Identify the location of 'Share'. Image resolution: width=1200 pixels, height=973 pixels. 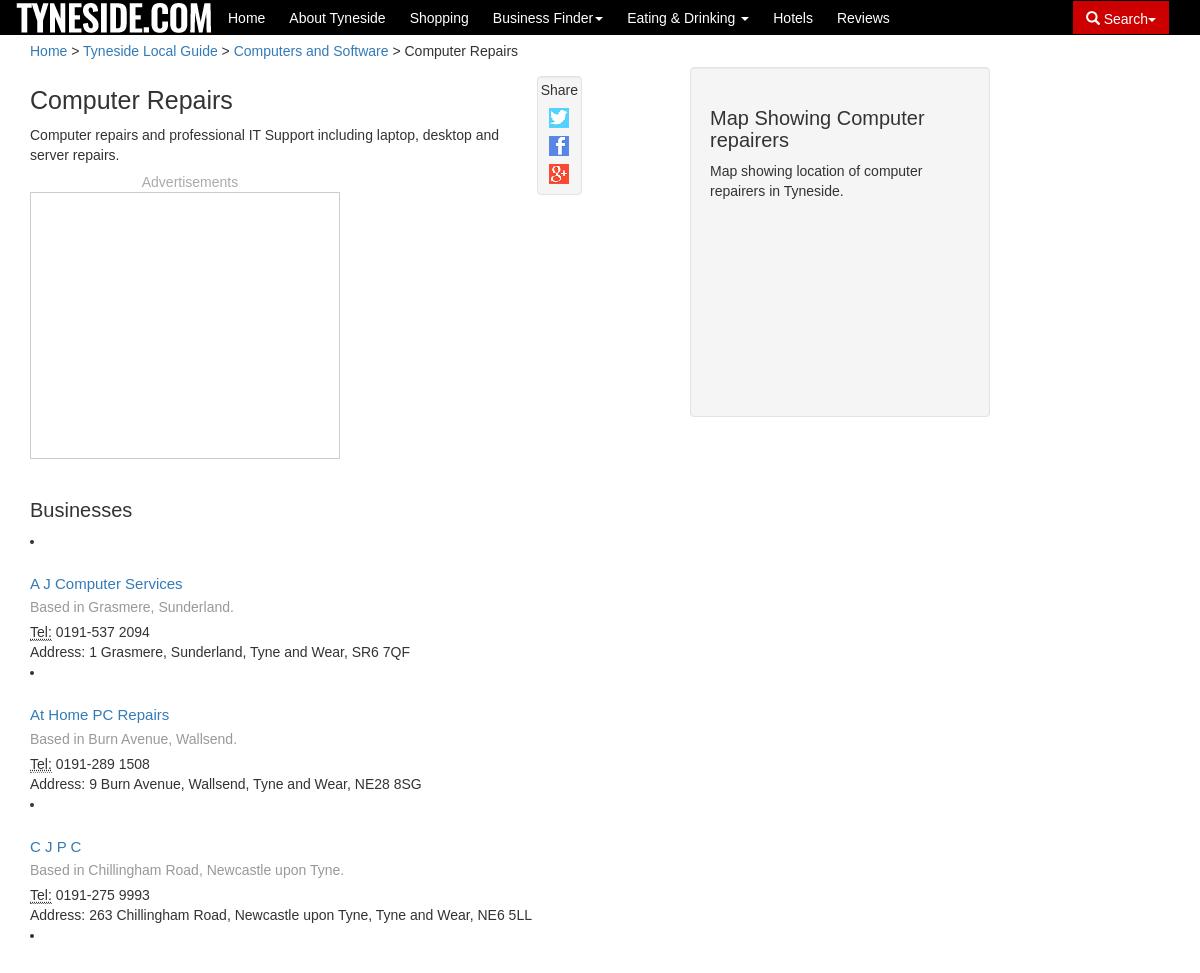
(557, 88).